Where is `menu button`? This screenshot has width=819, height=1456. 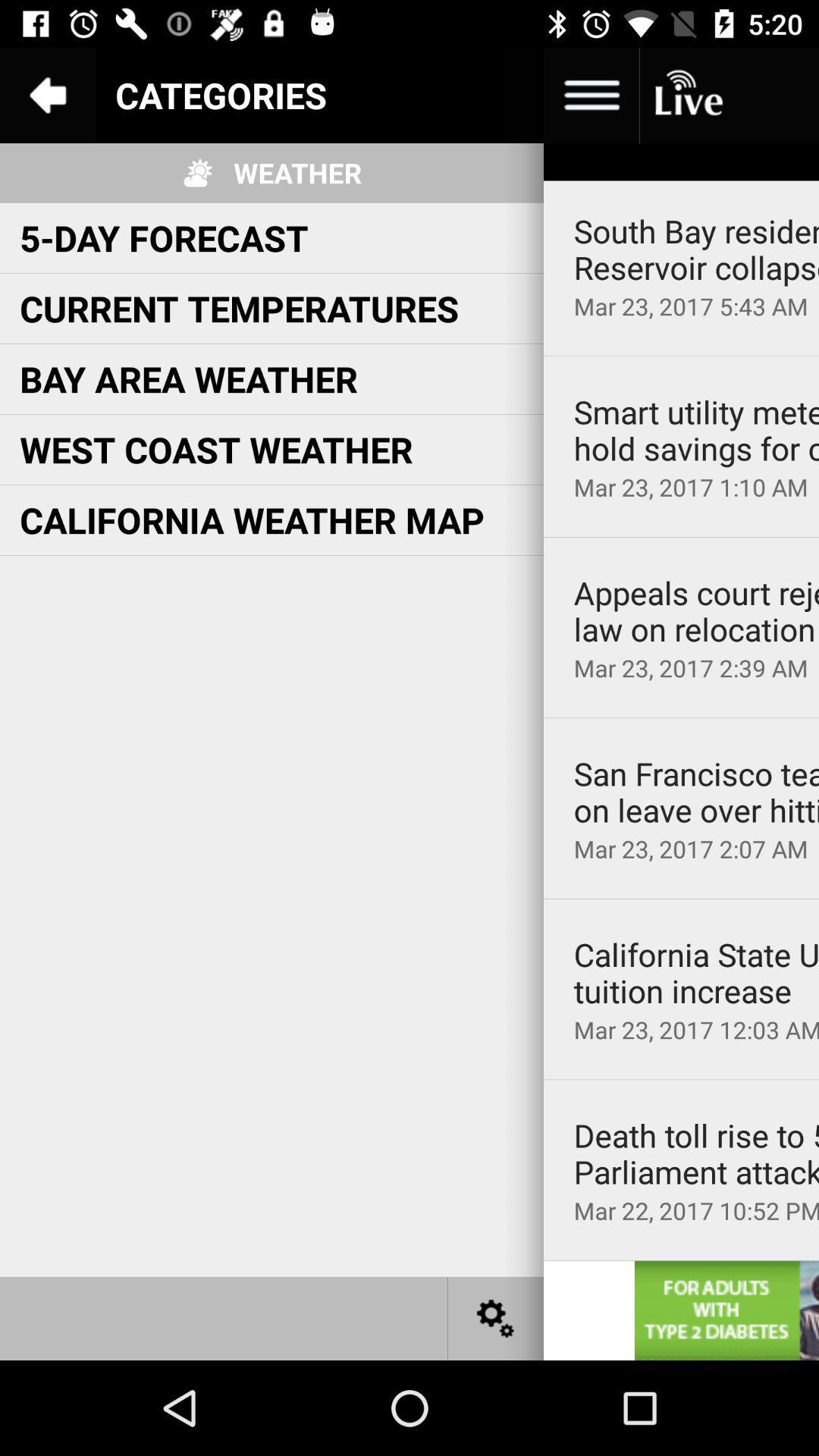
menu button is located at coordinates (496, 94).